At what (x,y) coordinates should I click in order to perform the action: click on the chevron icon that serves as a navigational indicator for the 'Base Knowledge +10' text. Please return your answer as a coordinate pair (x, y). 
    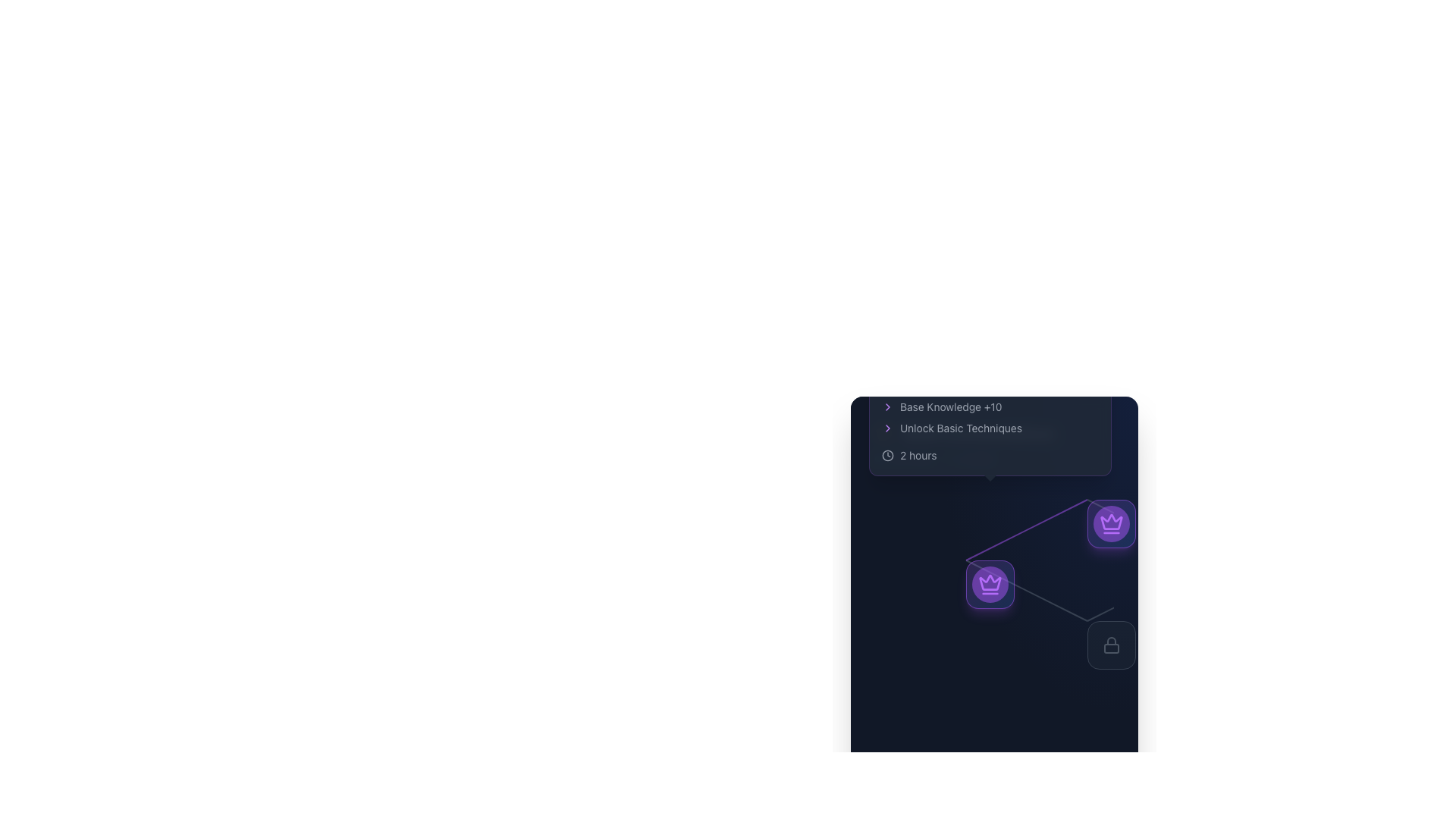
    Looking at the image, I should click on (888, 406).